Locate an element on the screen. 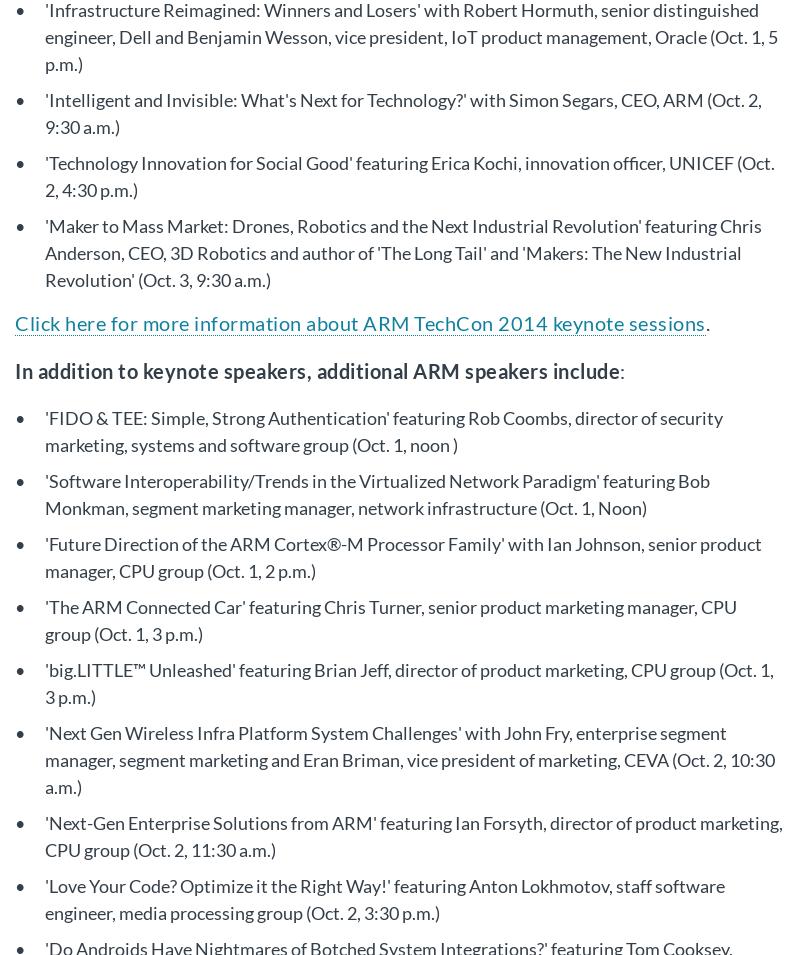  ''Intelligent and Invisible: What's Next for Technology?' with Simon Segars, CEO, ARM (Oct. 2, 9:30 a.m.)' is located at coordinates (403, 112).